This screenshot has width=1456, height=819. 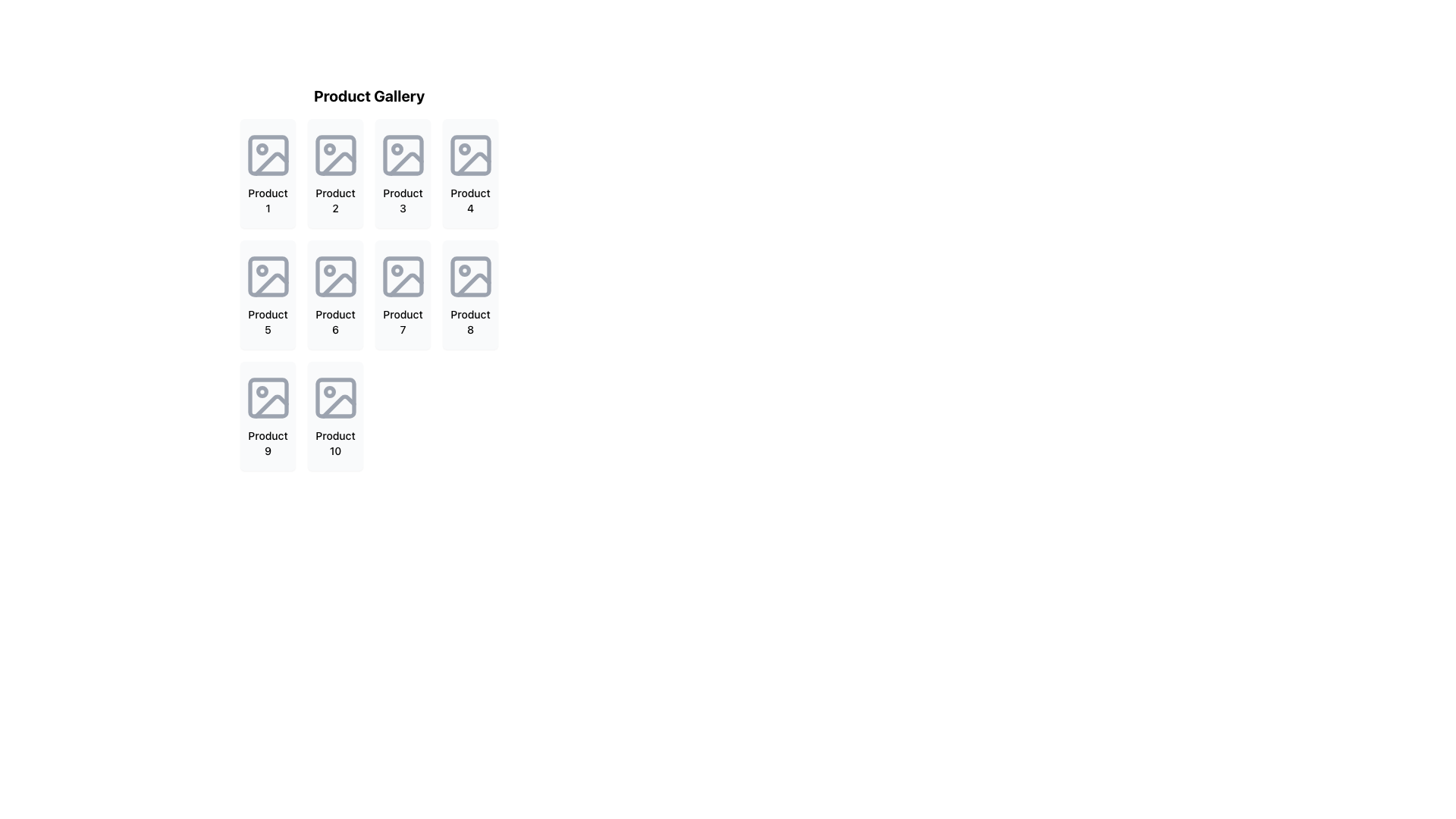 I want to click on text displayed in the label showing 'Product 9', which is the last item in the second column of the grid layout, so click(x=268, y=444).